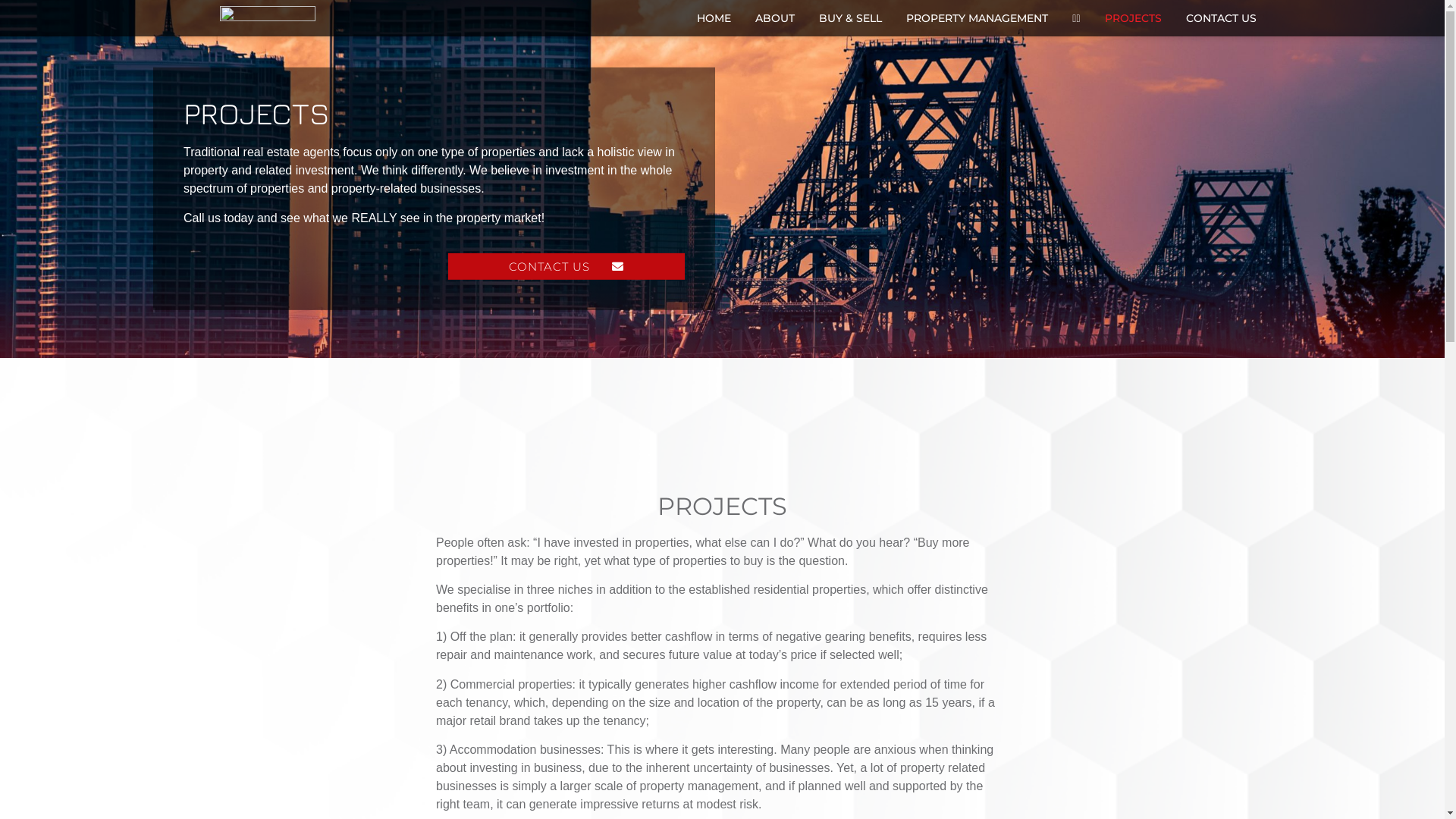 The height and width of the screenshot is (819, 1456). I want to click on 'BUY & SELL', so click(850, 17).